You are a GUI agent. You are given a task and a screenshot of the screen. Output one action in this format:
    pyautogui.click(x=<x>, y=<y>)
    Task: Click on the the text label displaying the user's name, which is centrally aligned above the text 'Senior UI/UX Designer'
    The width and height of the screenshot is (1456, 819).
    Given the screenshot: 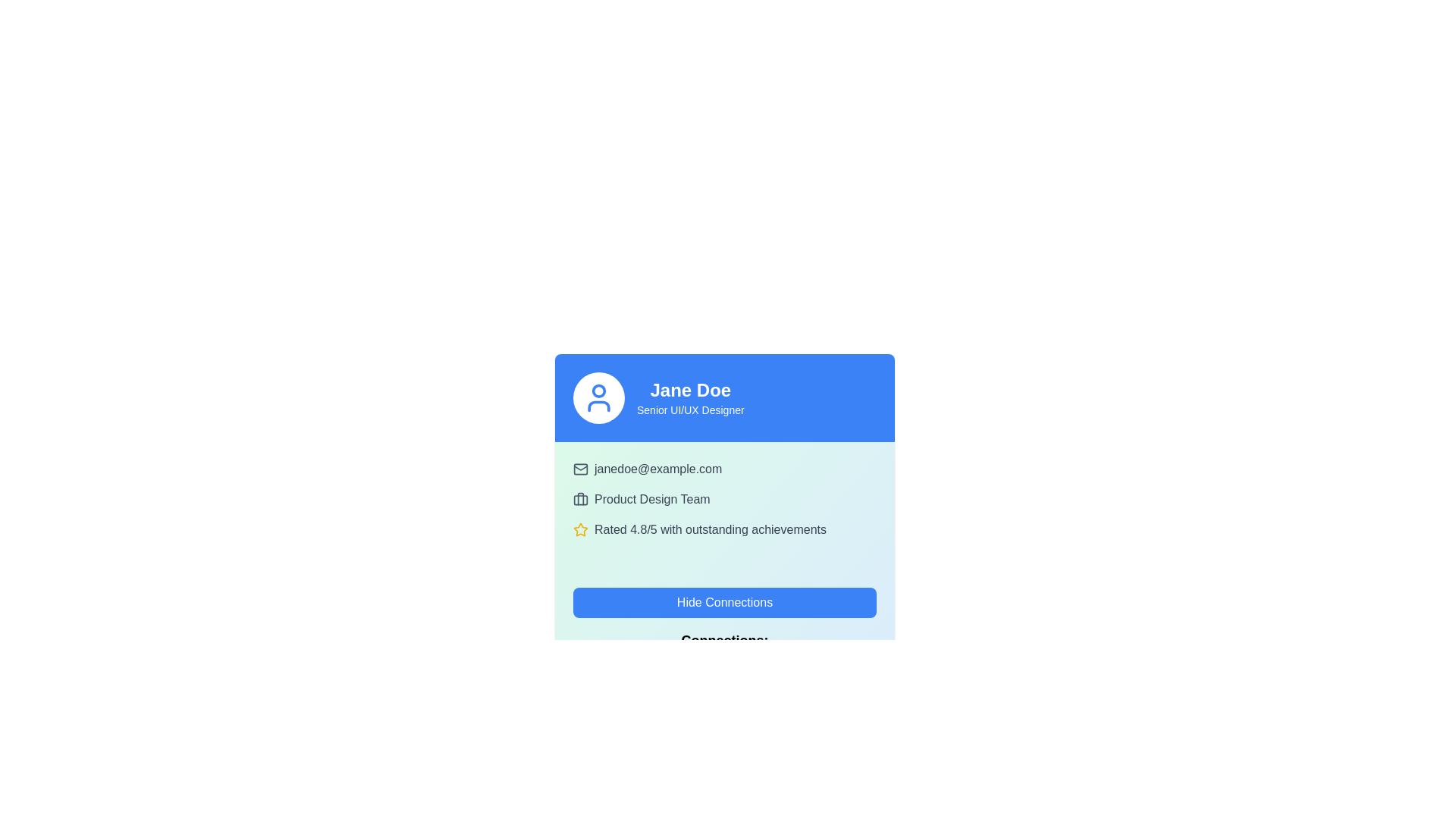 What is the action you would take?
    pyautogui.click(x=689, y=390)
    